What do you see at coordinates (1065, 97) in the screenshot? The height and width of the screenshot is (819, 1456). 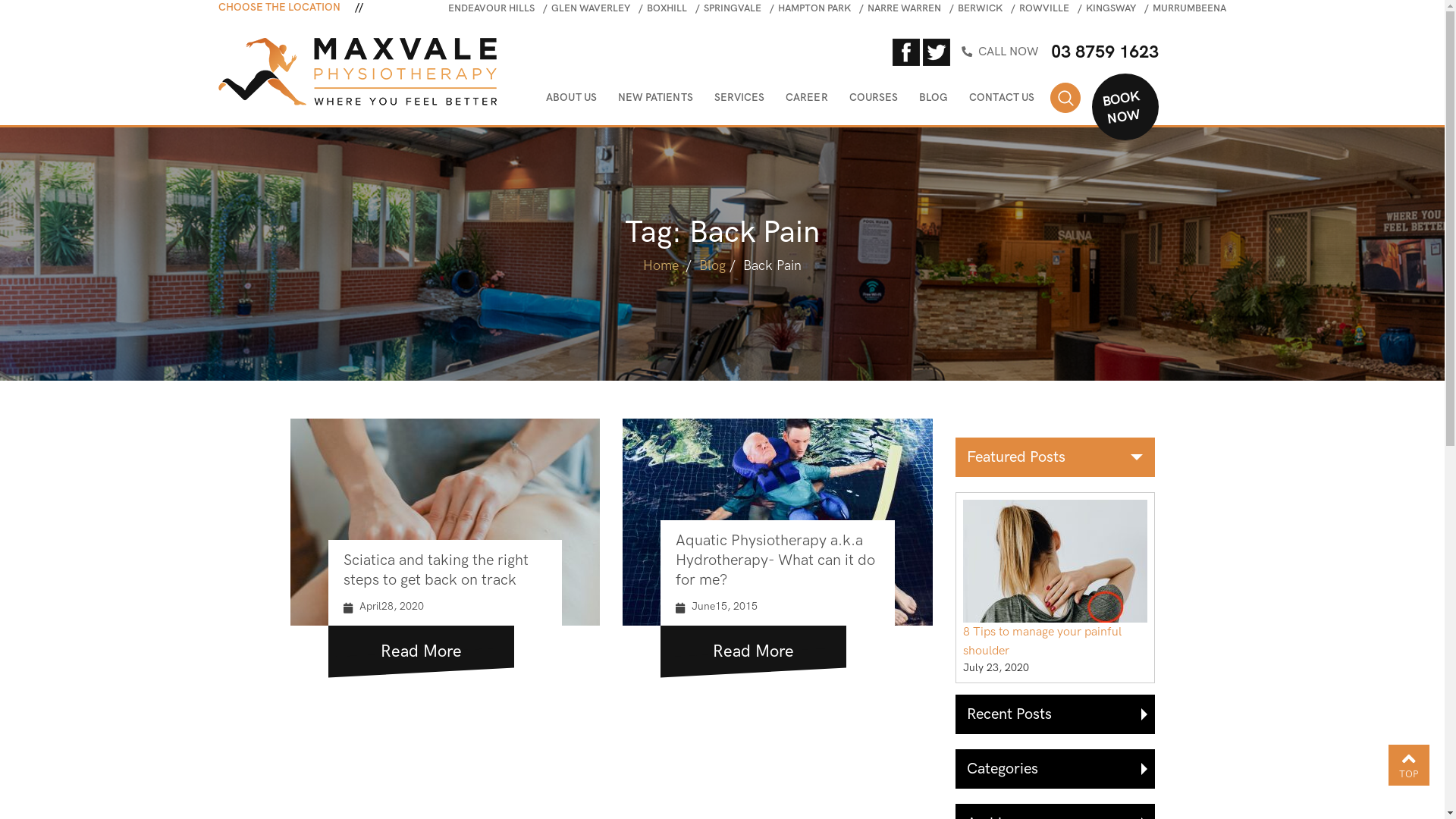 I see `'Search'` at bounding box center [1065, 97].